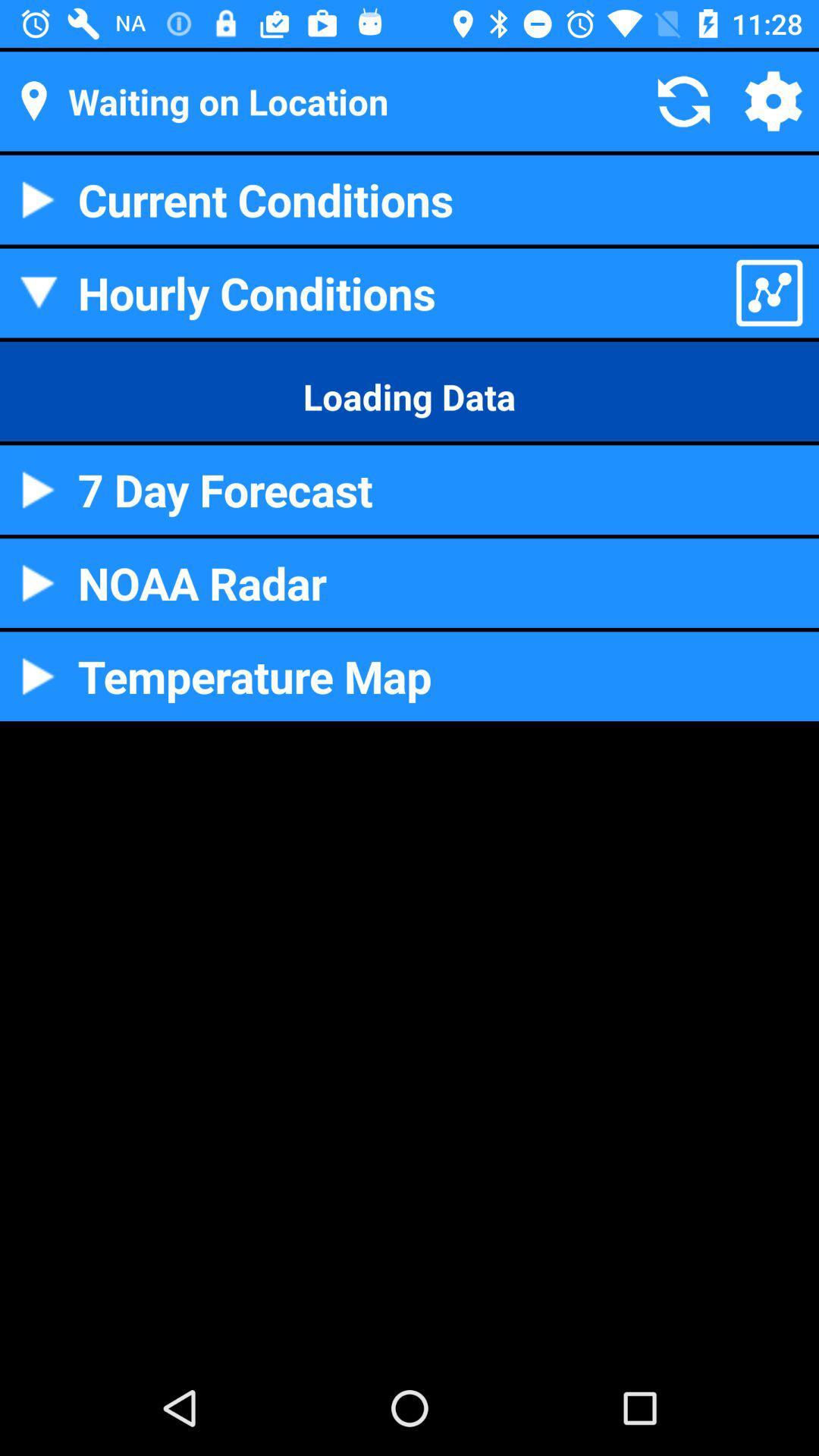  What do you see at coordinates (684, 101) in the screenshot?
I see `the refresh symbol which is next to waiting on location` at bounding box center [684, 101].